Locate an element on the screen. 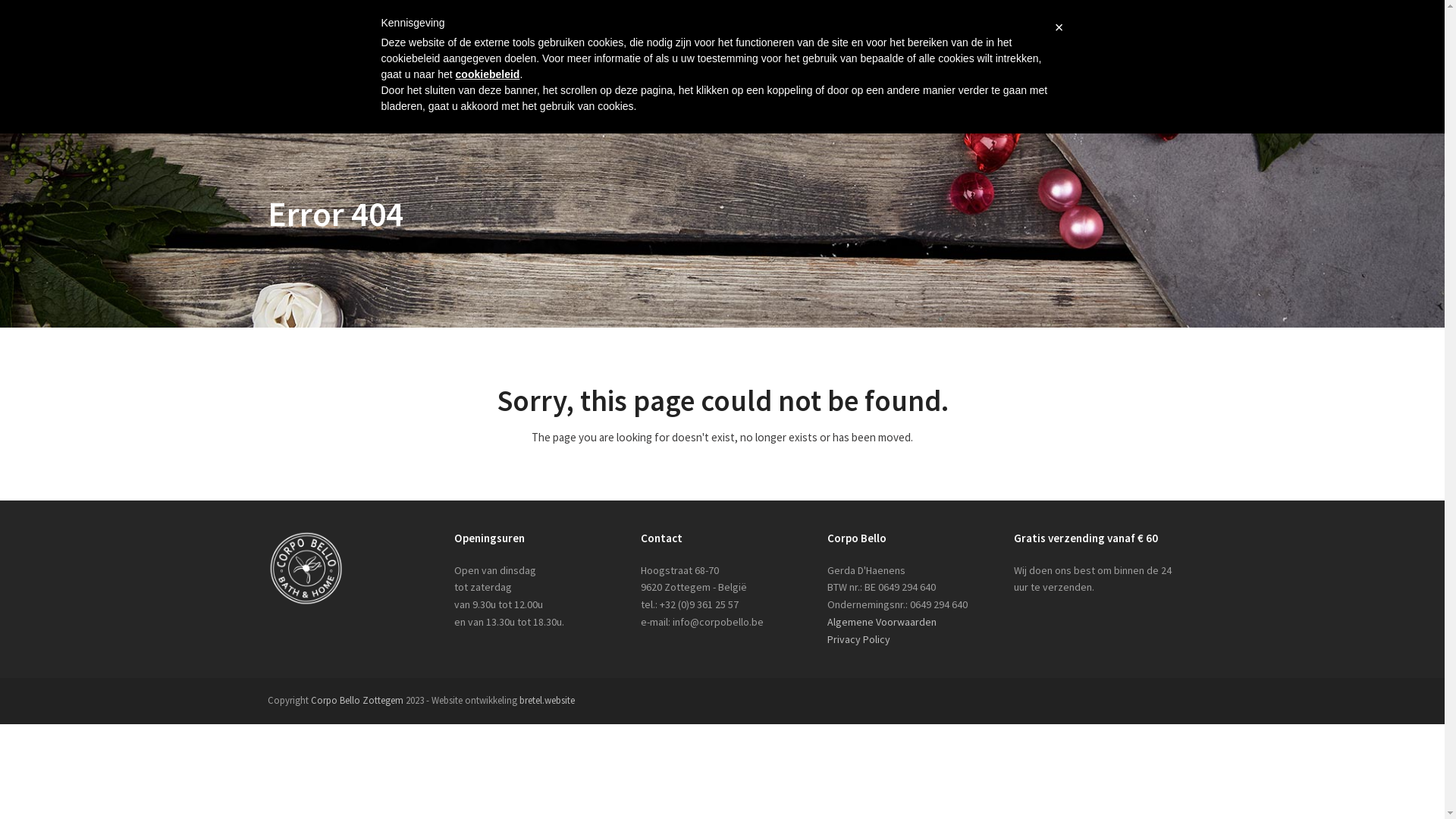 The image size is (1456, 819). 'CADEAUBON' is located at coordinates (949, 61).